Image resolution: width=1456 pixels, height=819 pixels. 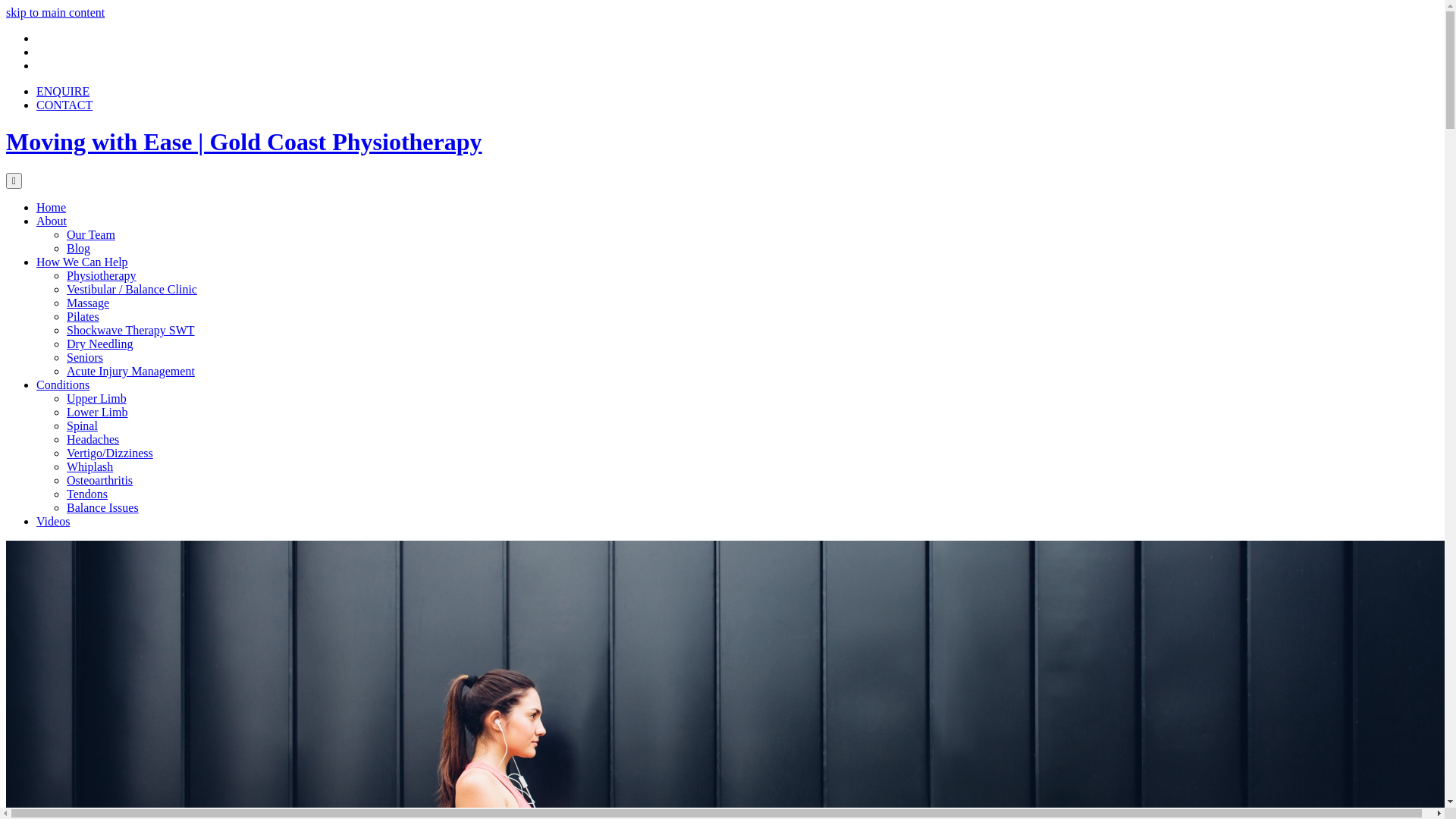 What do you see at coordinates (86, 494) in the screenshot?
I see `'Tendons'` at bounding box center [86, 494].